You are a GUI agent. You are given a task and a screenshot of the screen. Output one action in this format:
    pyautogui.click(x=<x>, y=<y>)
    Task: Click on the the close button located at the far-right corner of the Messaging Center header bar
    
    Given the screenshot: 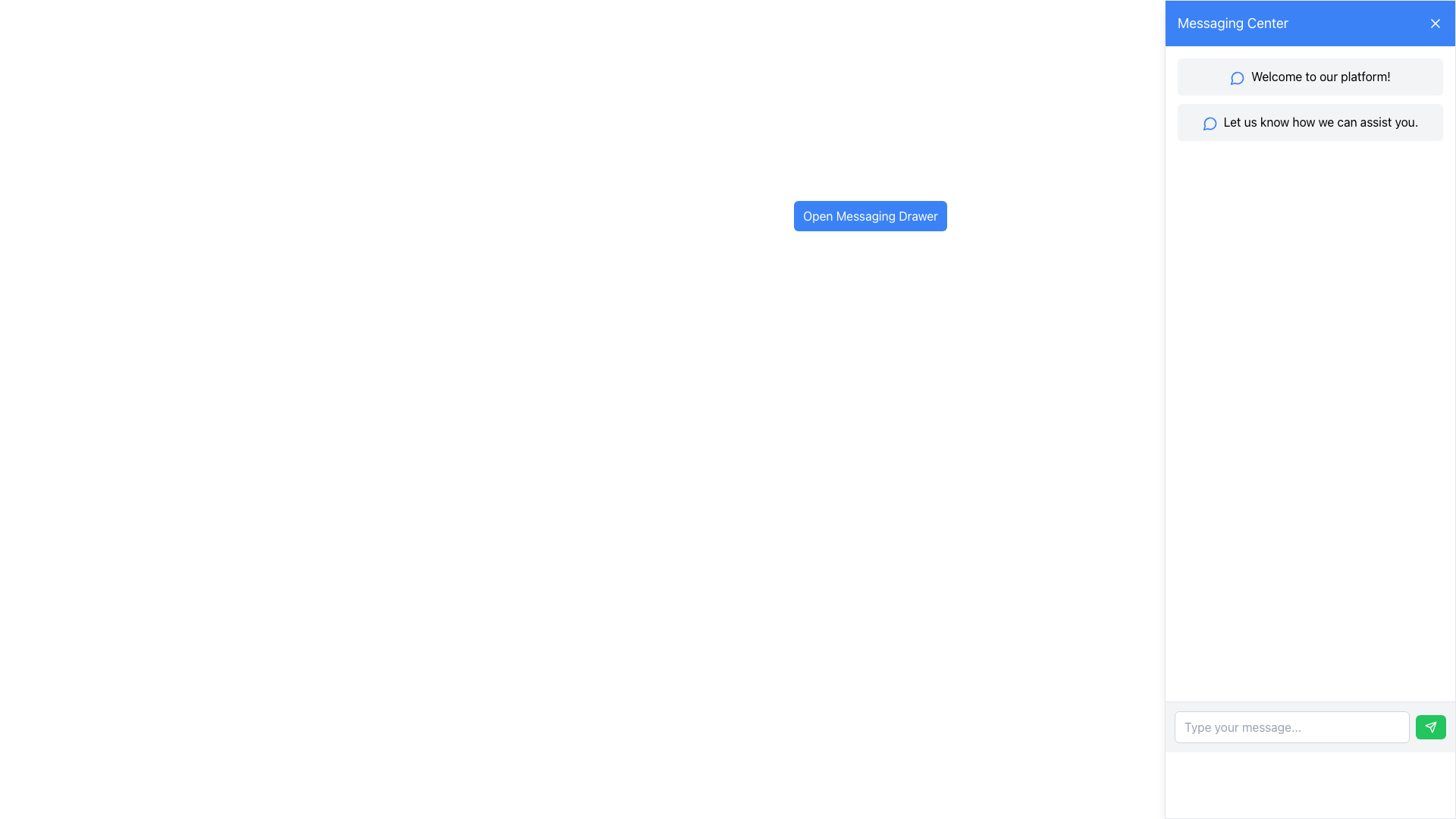 What is the action you would take?
    pyautogui.click(x=1434, y=23)
    